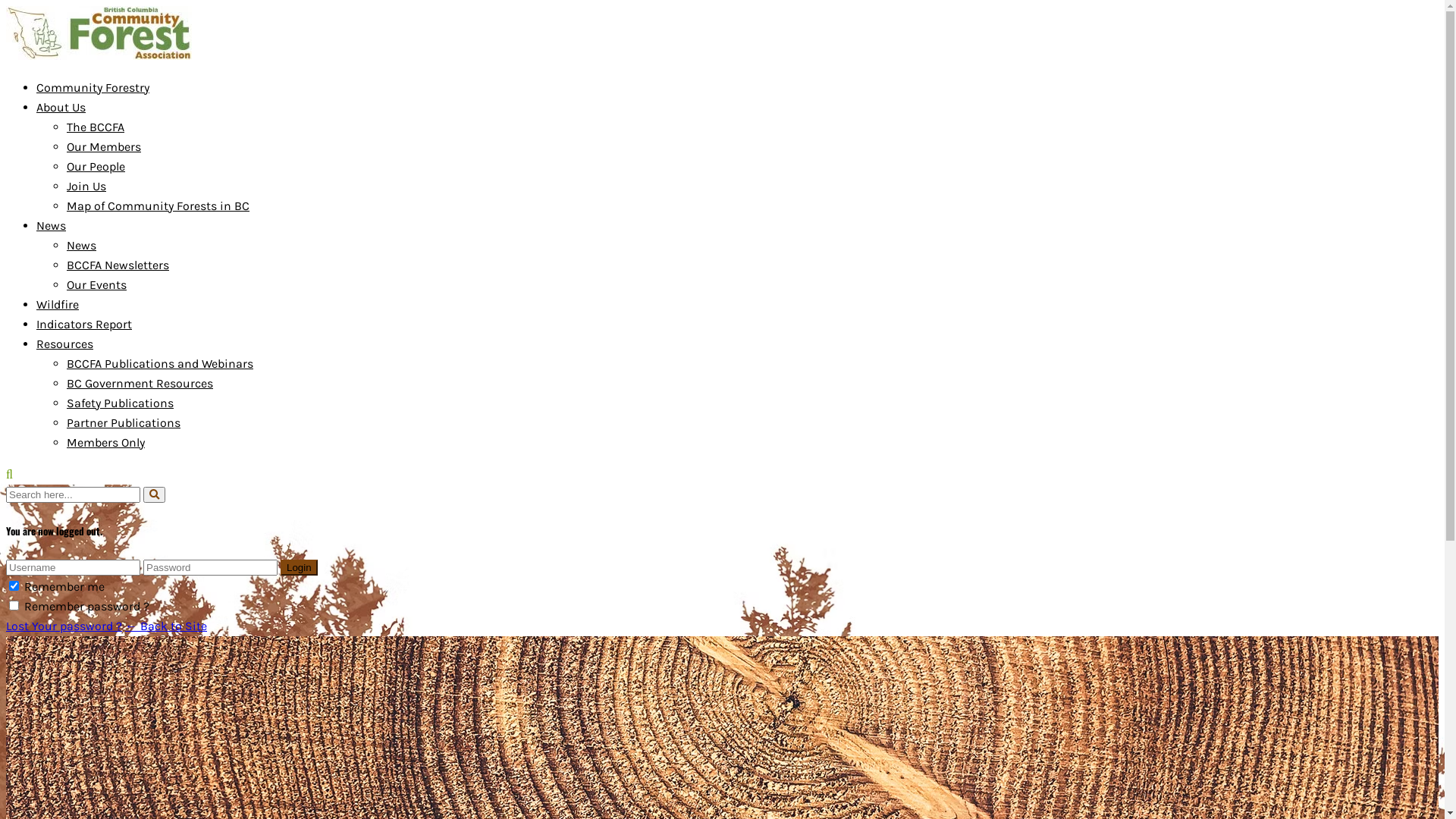 Image resolution: width=1456 pixels, height=819 pixels. Describe the element at coordinates (92, 87) in the screenshot. I see `'Community Forestry'` at that location.